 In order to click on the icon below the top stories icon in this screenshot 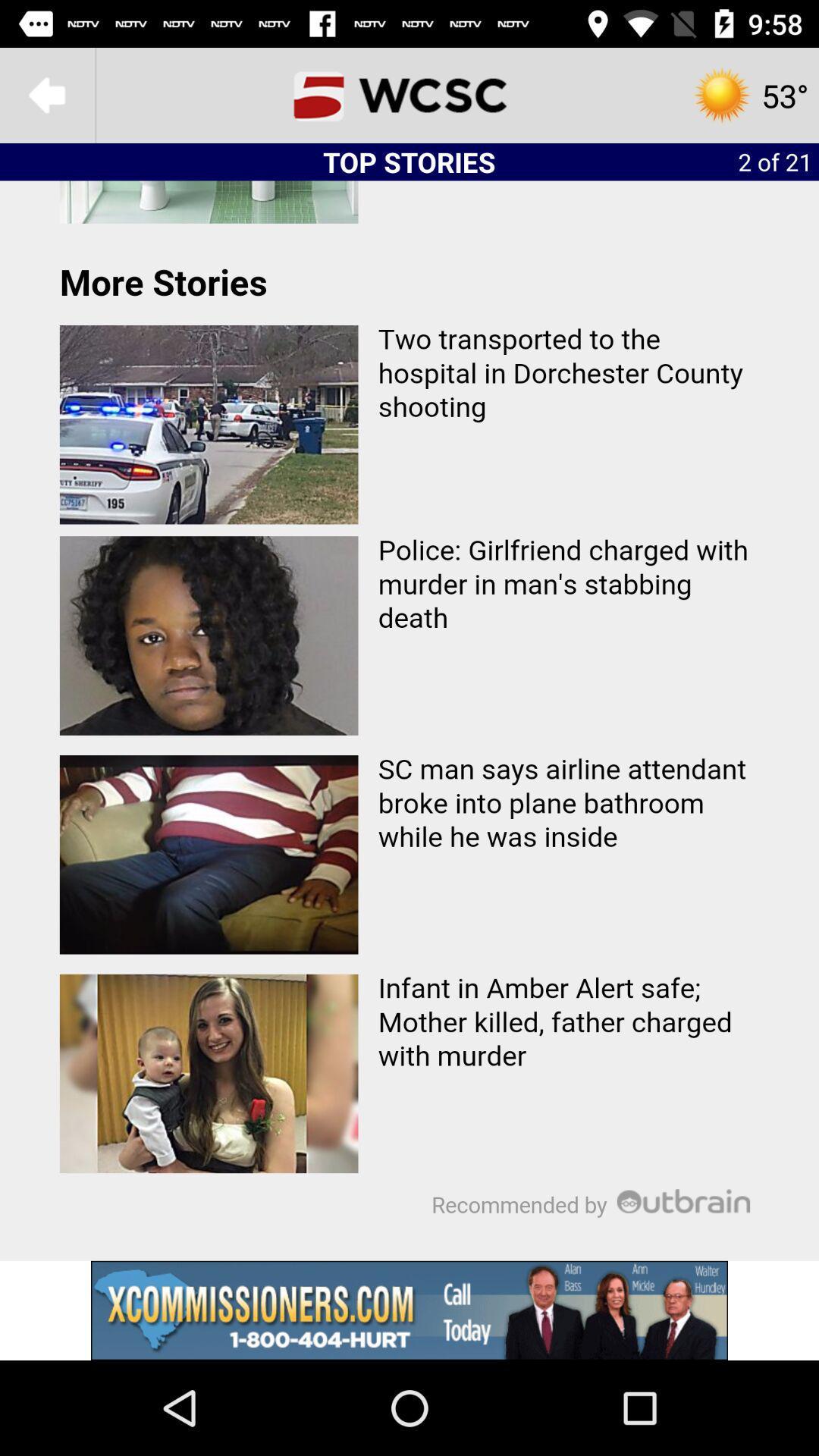, I will do `click(409, 720)`.